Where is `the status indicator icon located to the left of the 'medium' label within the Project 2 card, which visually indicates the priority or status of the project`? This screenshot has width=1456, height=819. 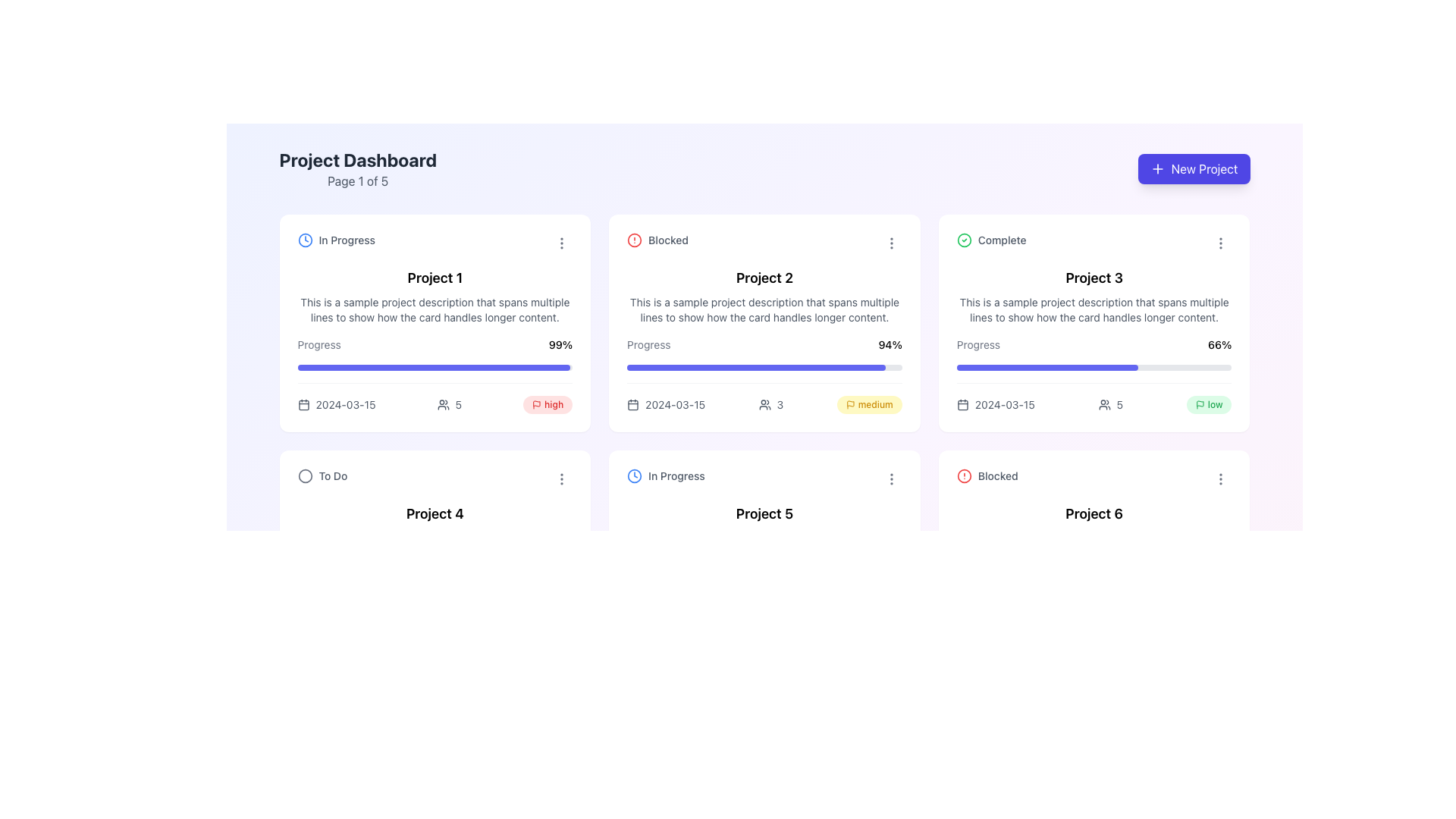 the status indicator icon located to the left of the 'medium' label within the Project 2 card, which visually indicates the priority or status of the project is located at coordinates (850, 403).